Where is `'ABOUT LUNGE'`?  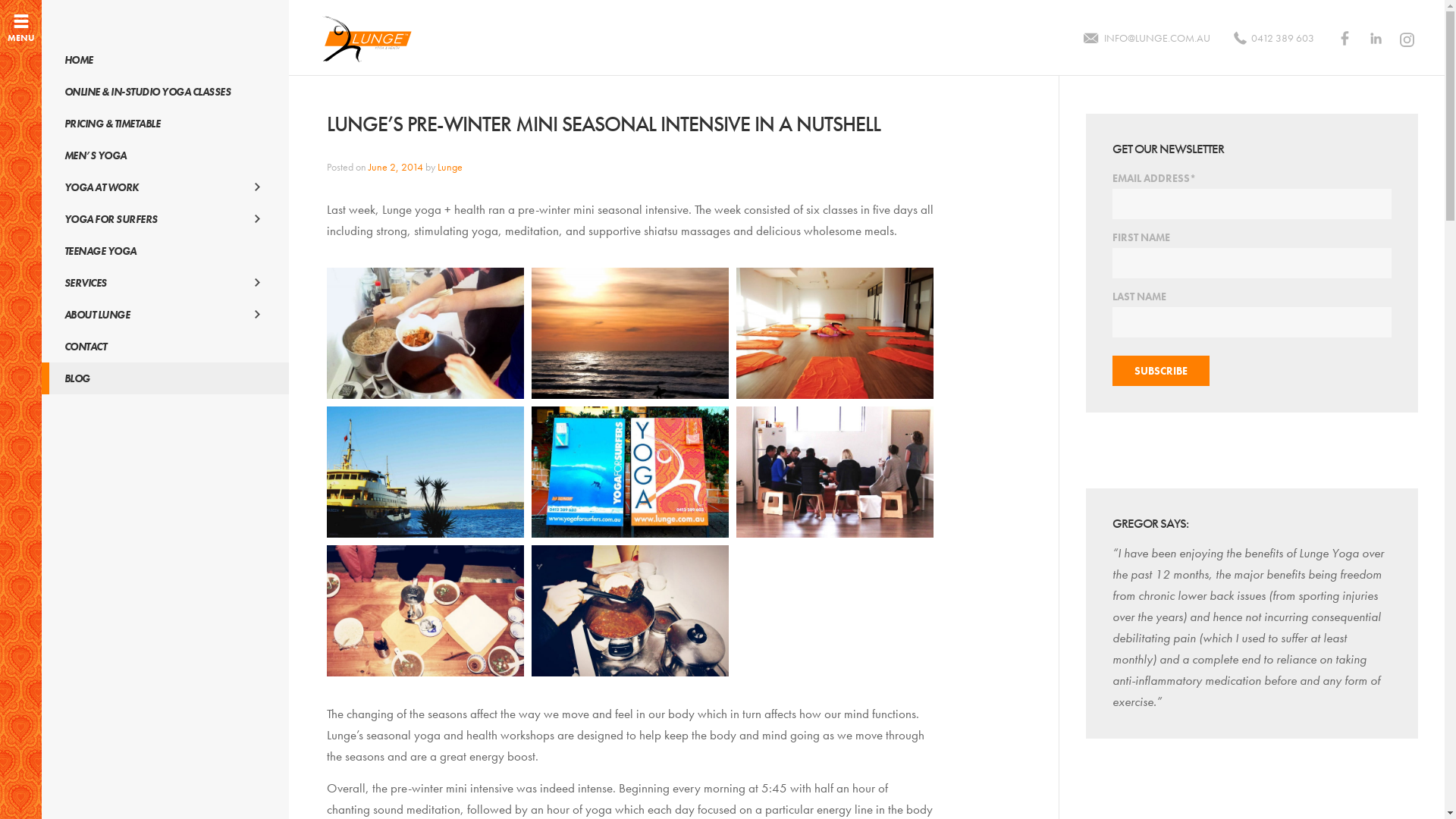 'ABOUT LUNGE' is located at coordinates (165, 314).